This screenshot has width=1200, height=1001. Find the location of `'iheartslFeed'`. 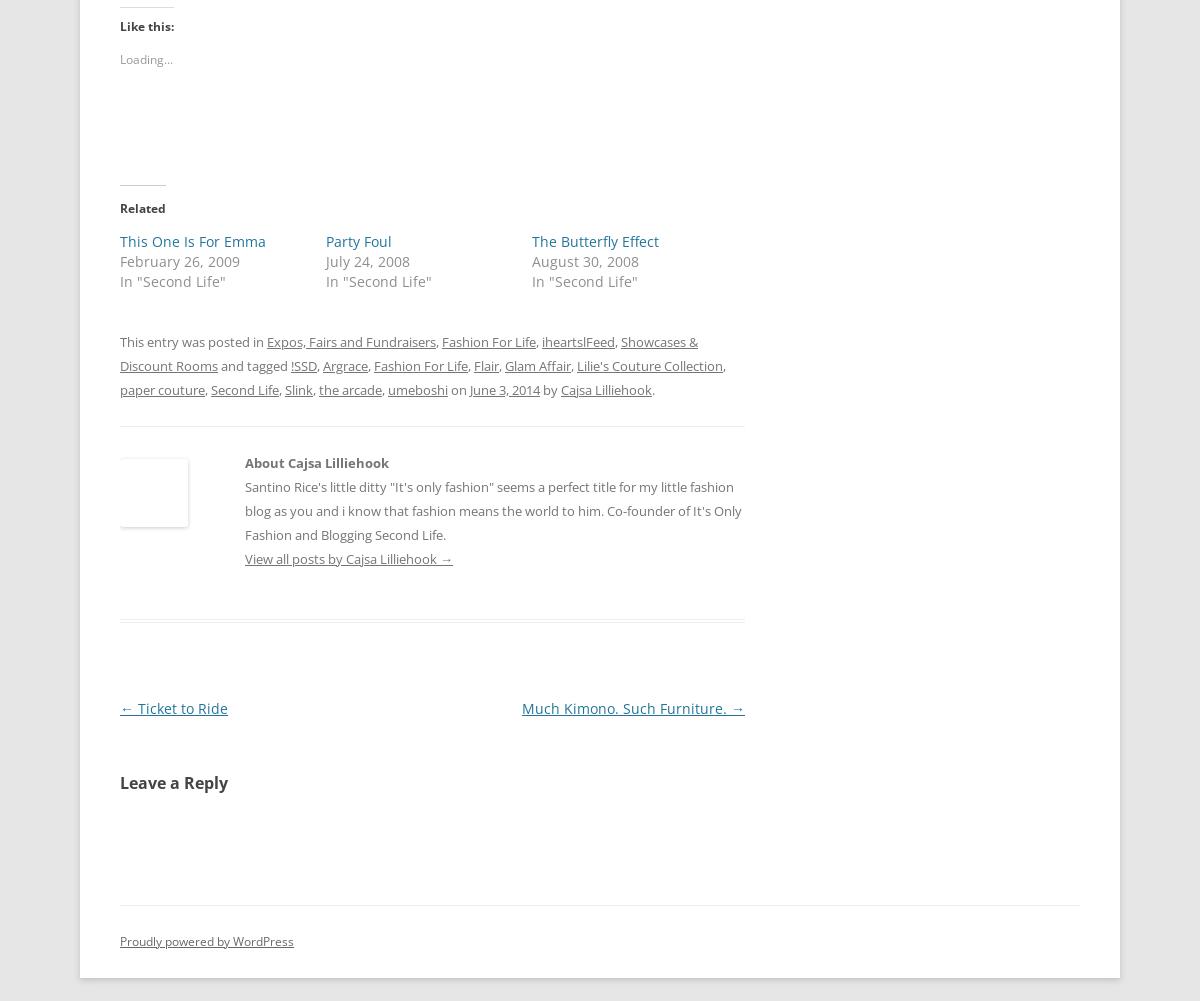

'iheartslFeed' is located at coordinates (577, 341).